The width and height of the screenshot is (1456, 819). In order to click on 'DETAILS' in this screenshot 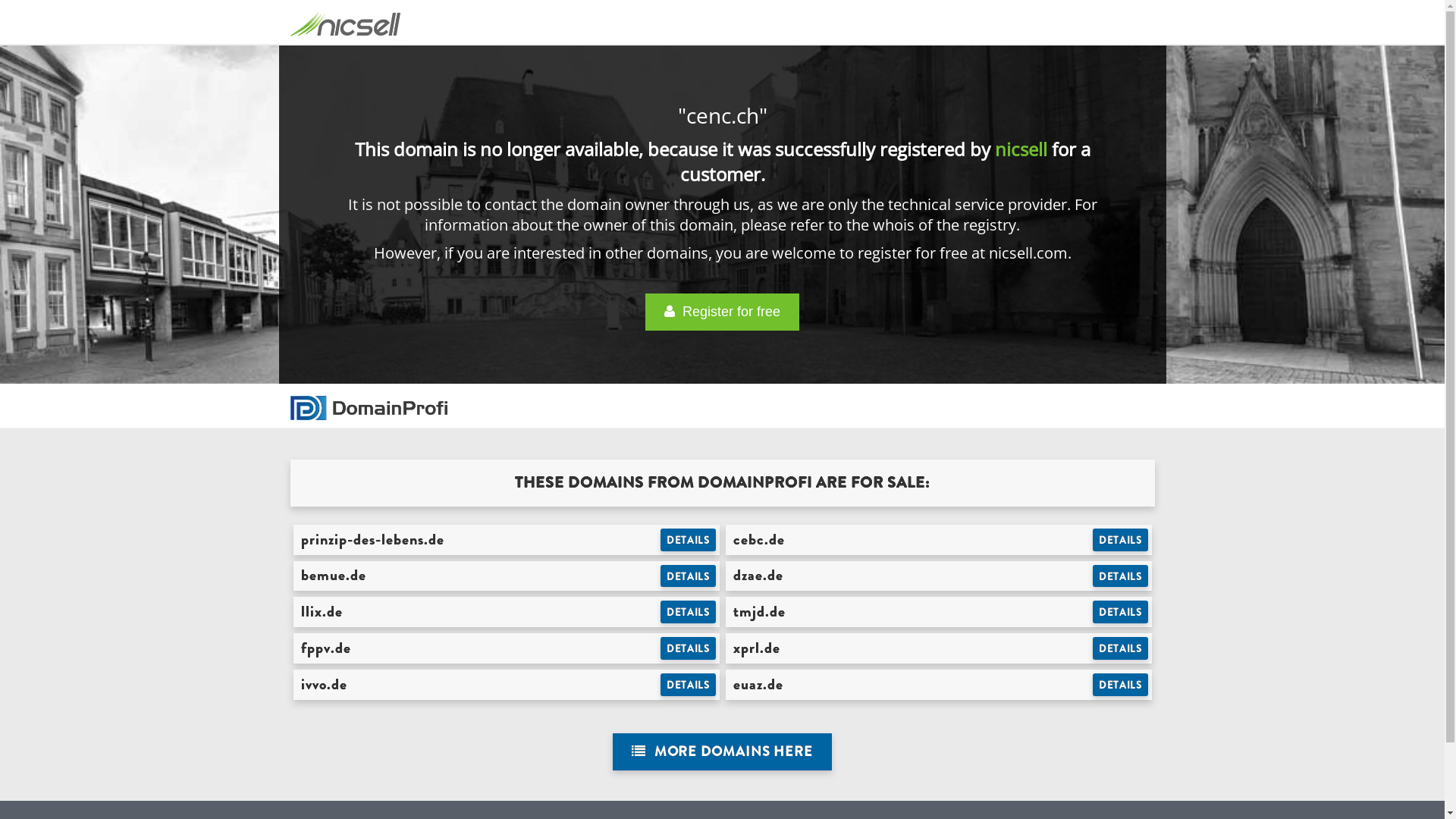, I will do `click(687, 648)`.